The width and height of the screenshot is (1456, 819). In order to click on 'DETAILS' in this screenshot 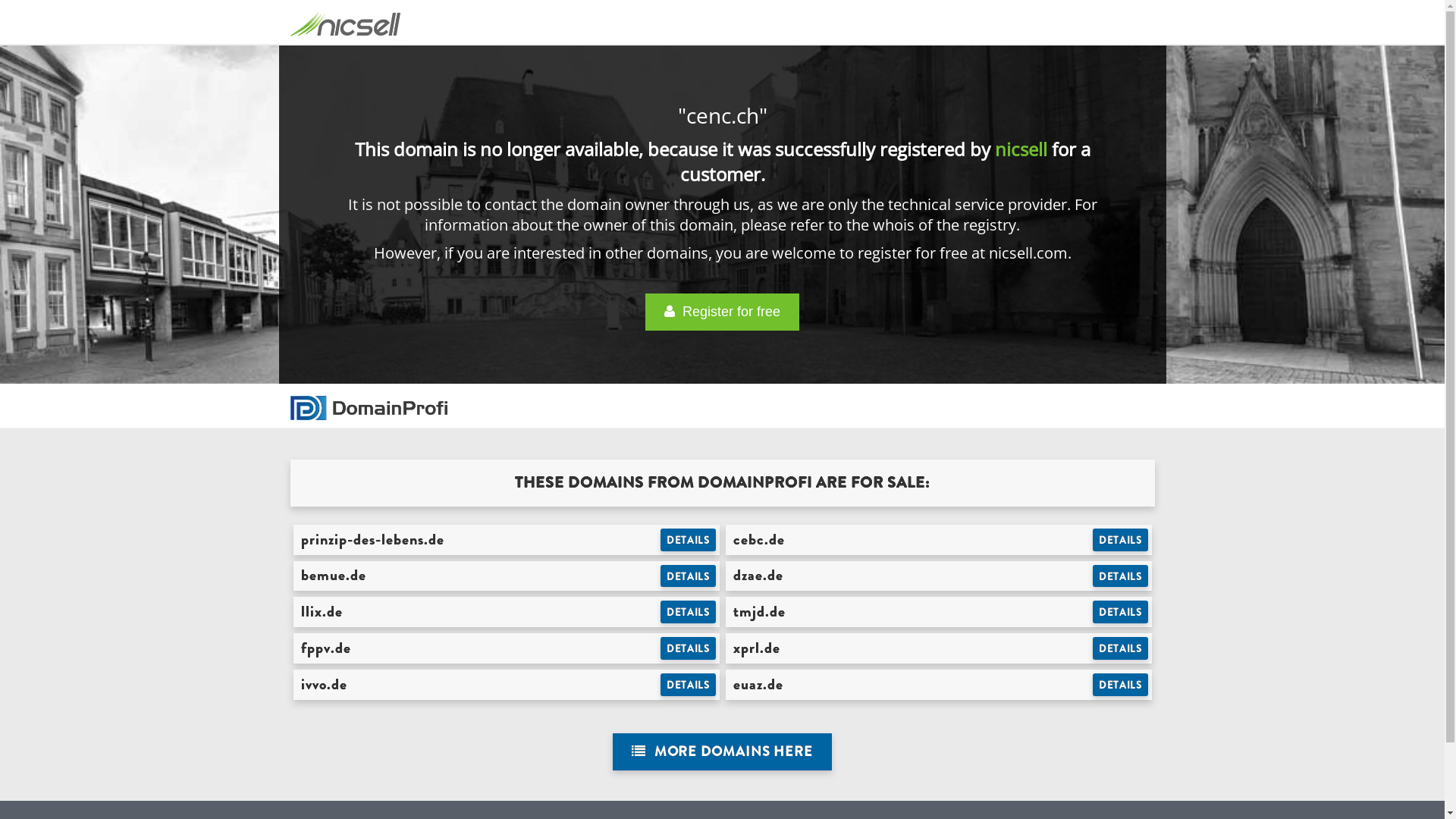, I will do `click(687, 648)`.